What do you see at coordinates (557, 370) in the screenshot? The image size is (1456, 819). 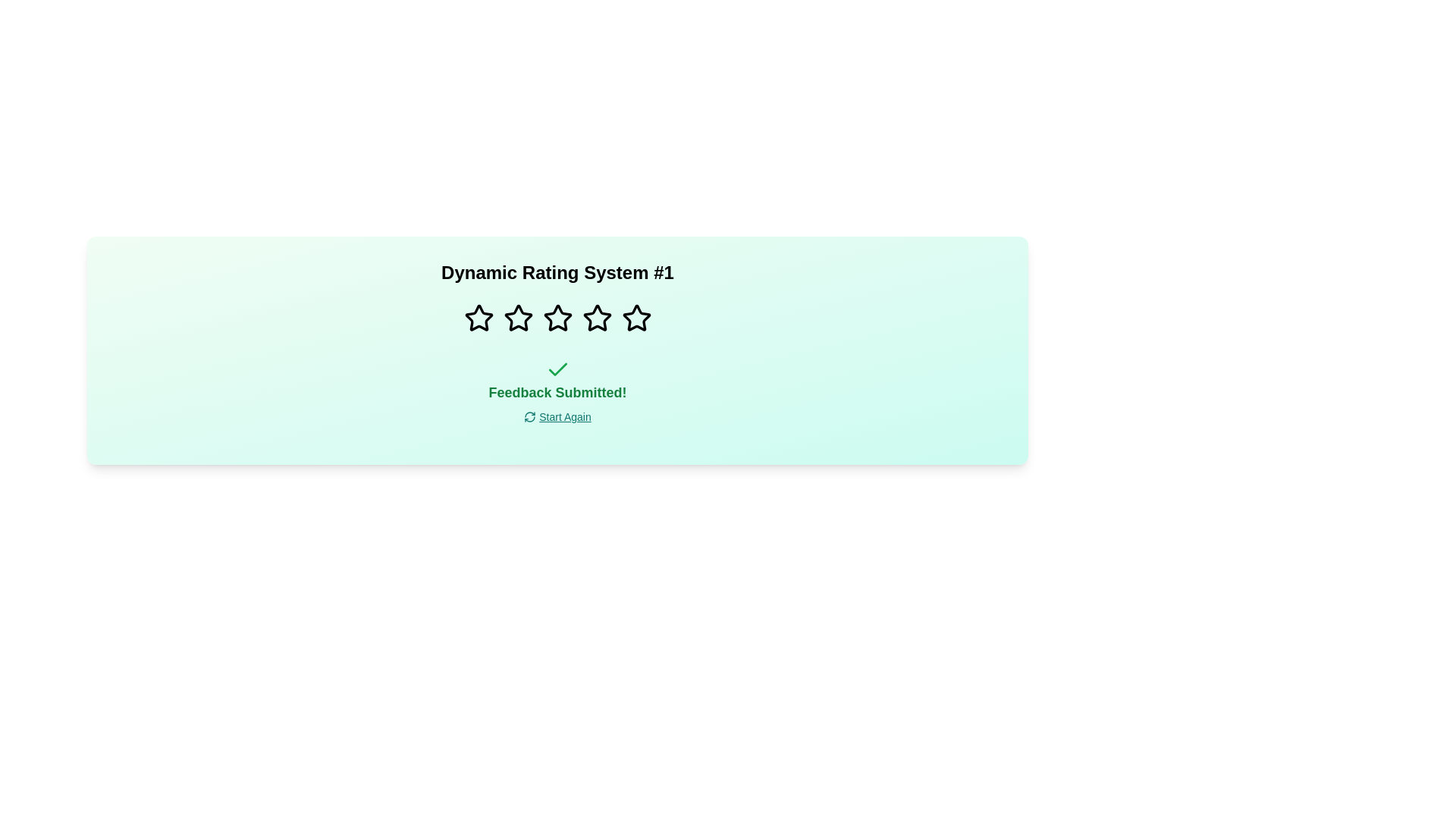 I see `the state of the feedback submission confirmation icon located below the rating stars and above the 'Feedback Submitted!' text` at bounding box center [557, 370].